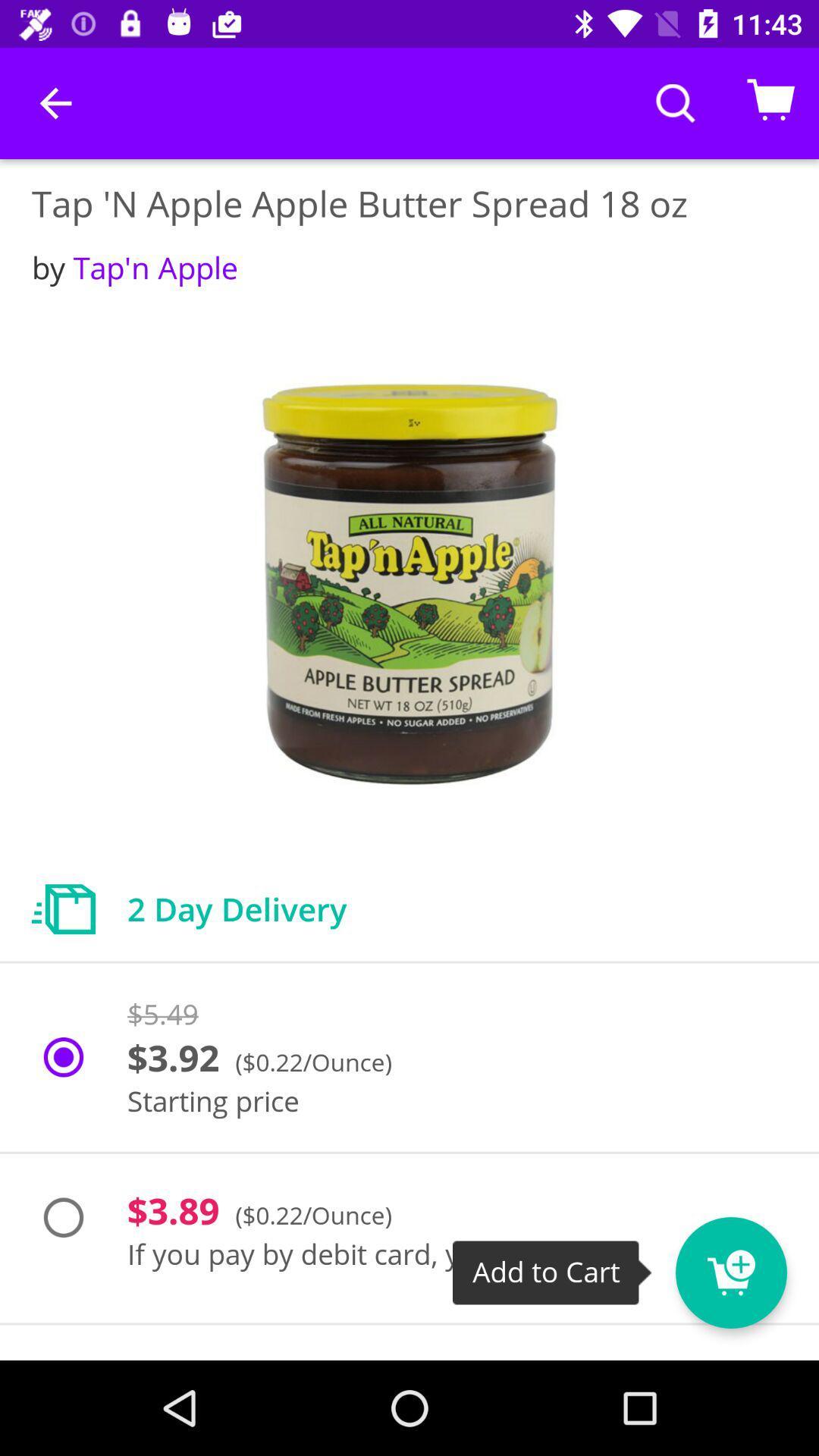 The width and height of the screenshot is (819, 1456). I want to click on icon below tap n apple icon, so click(134, 267).